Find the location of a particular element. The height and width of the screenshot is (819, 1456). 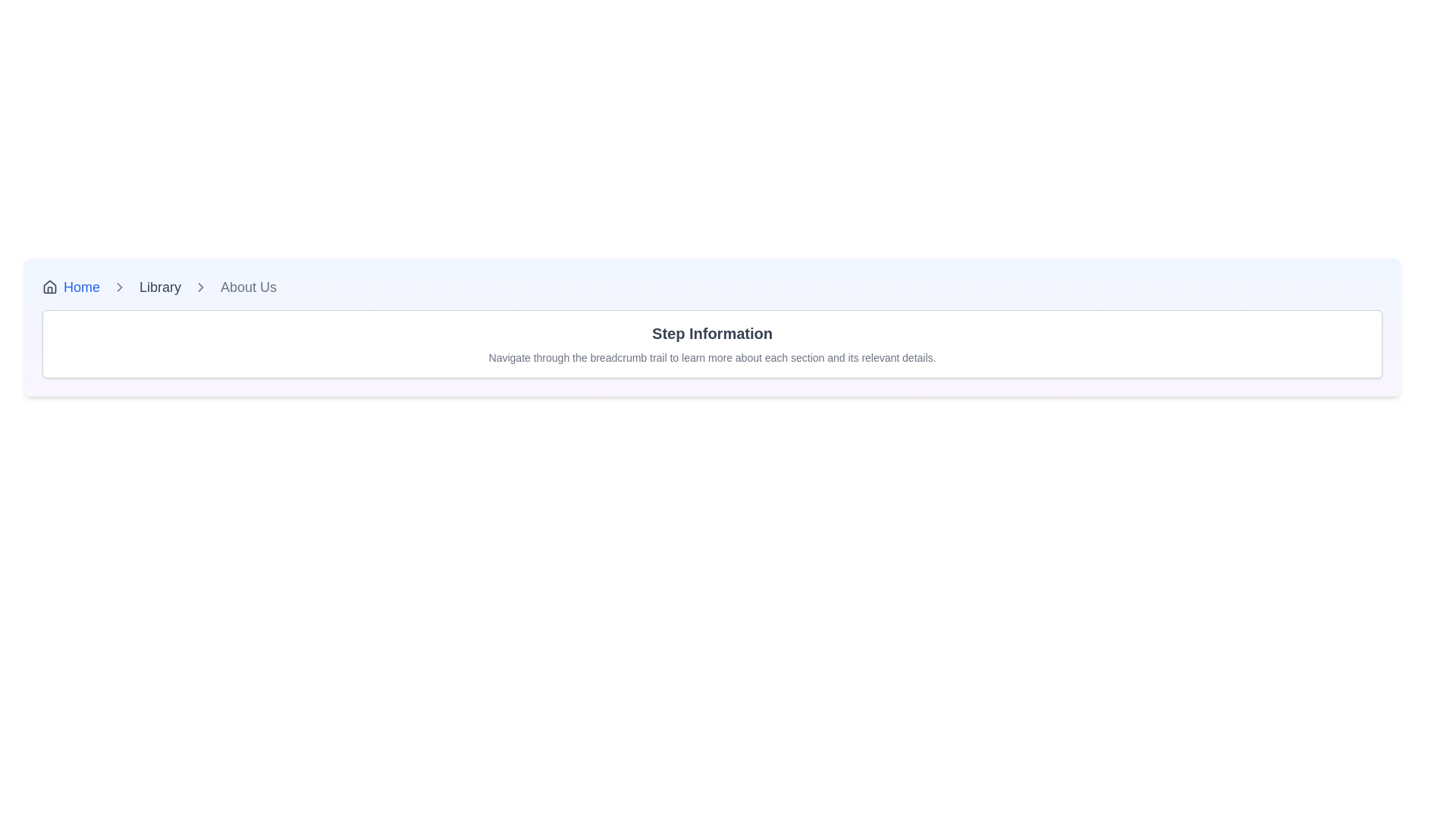

the second chevron arrow icon located in the breadcrumb navigation bar, positioned between 'Home' and 'Library' is located at coordinates (119, 287).